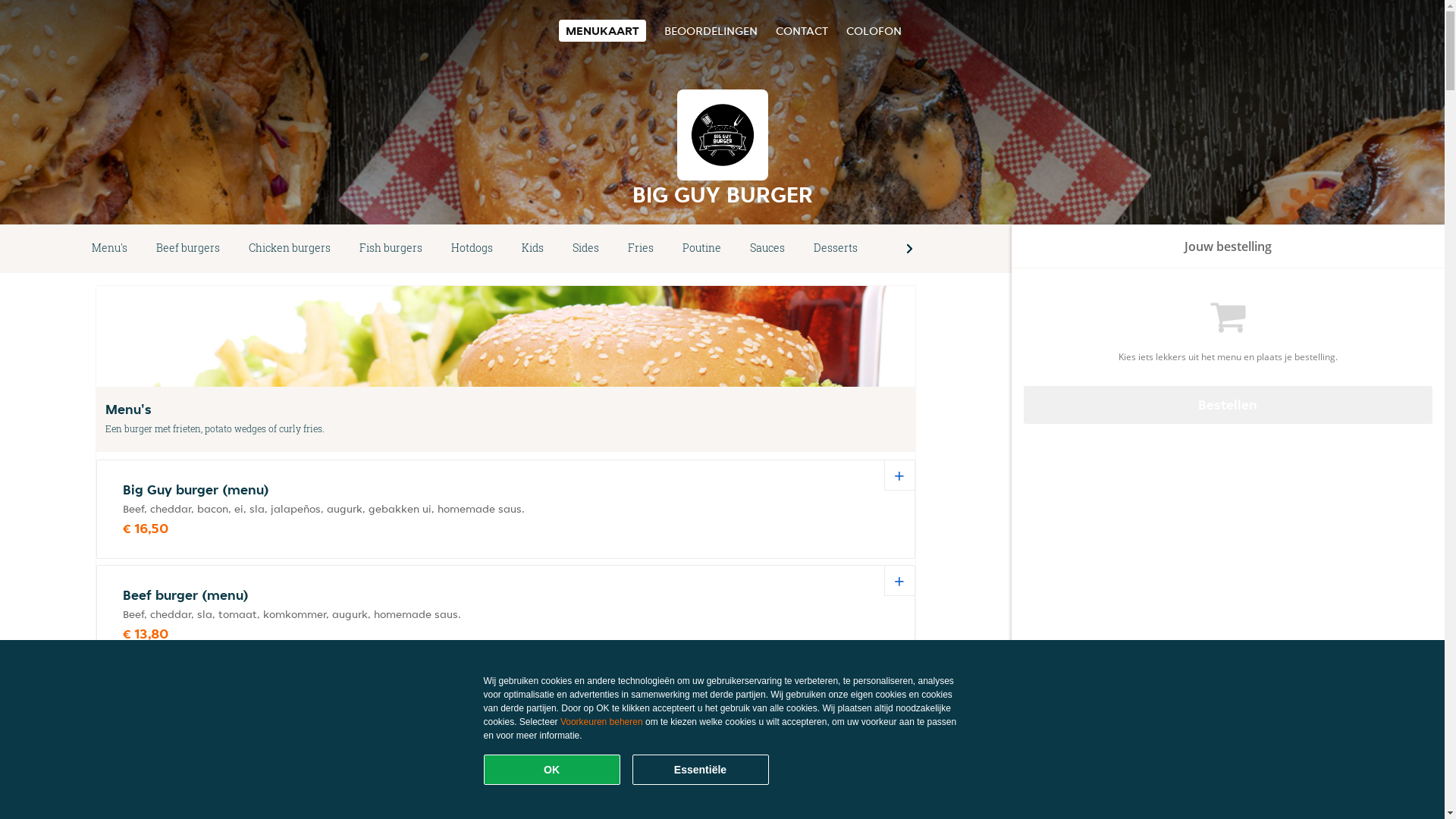 Image resolution: width=1456 pixels, height=819 pixels. What do you see at coordinates (471, 247) in the screenshot?
I see `'Hotdogs'` at bounding box center [471, 247].